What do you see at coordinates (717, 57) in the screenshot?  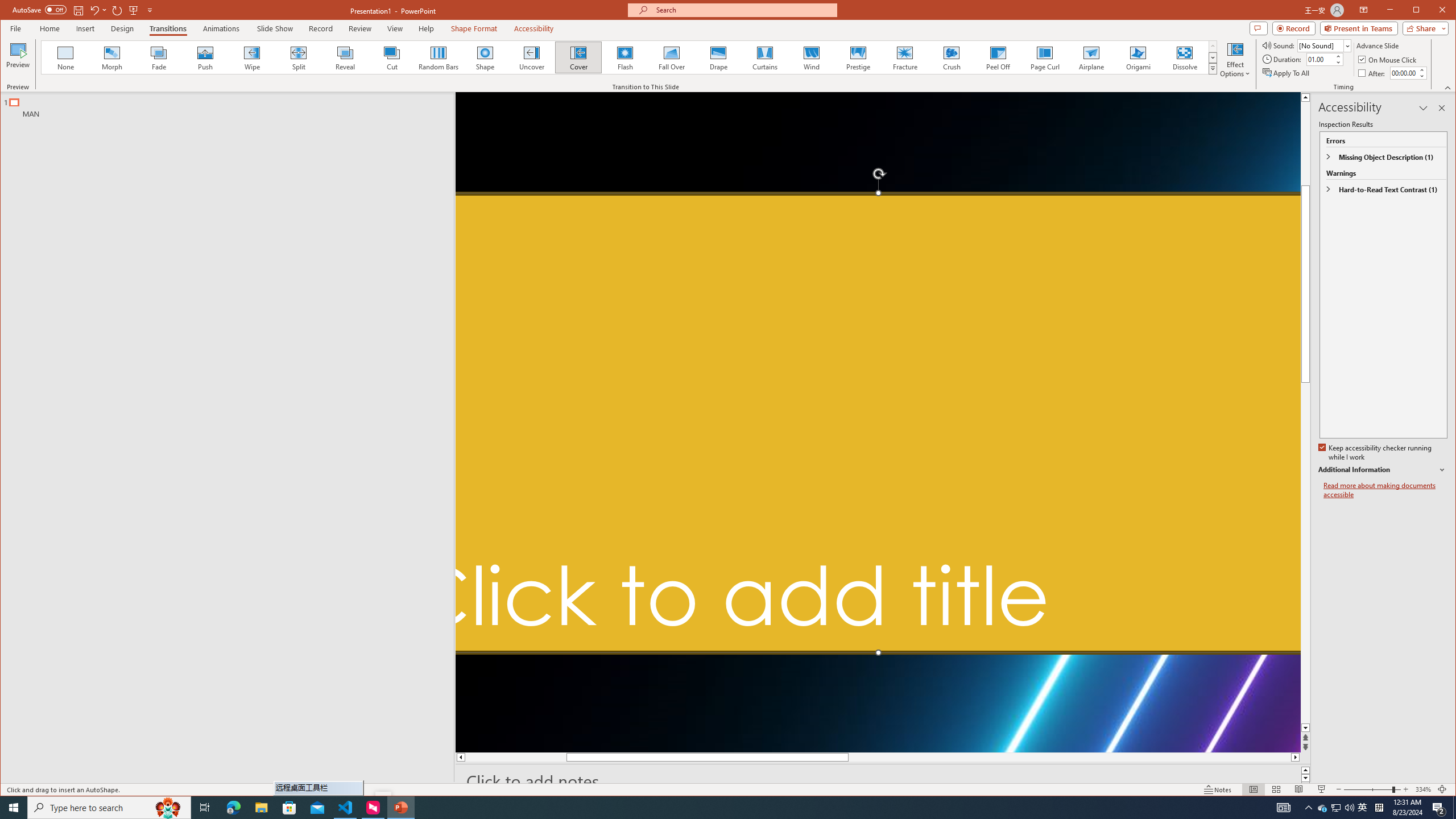 I see `'Drape'` at bounding box center [717, 57].